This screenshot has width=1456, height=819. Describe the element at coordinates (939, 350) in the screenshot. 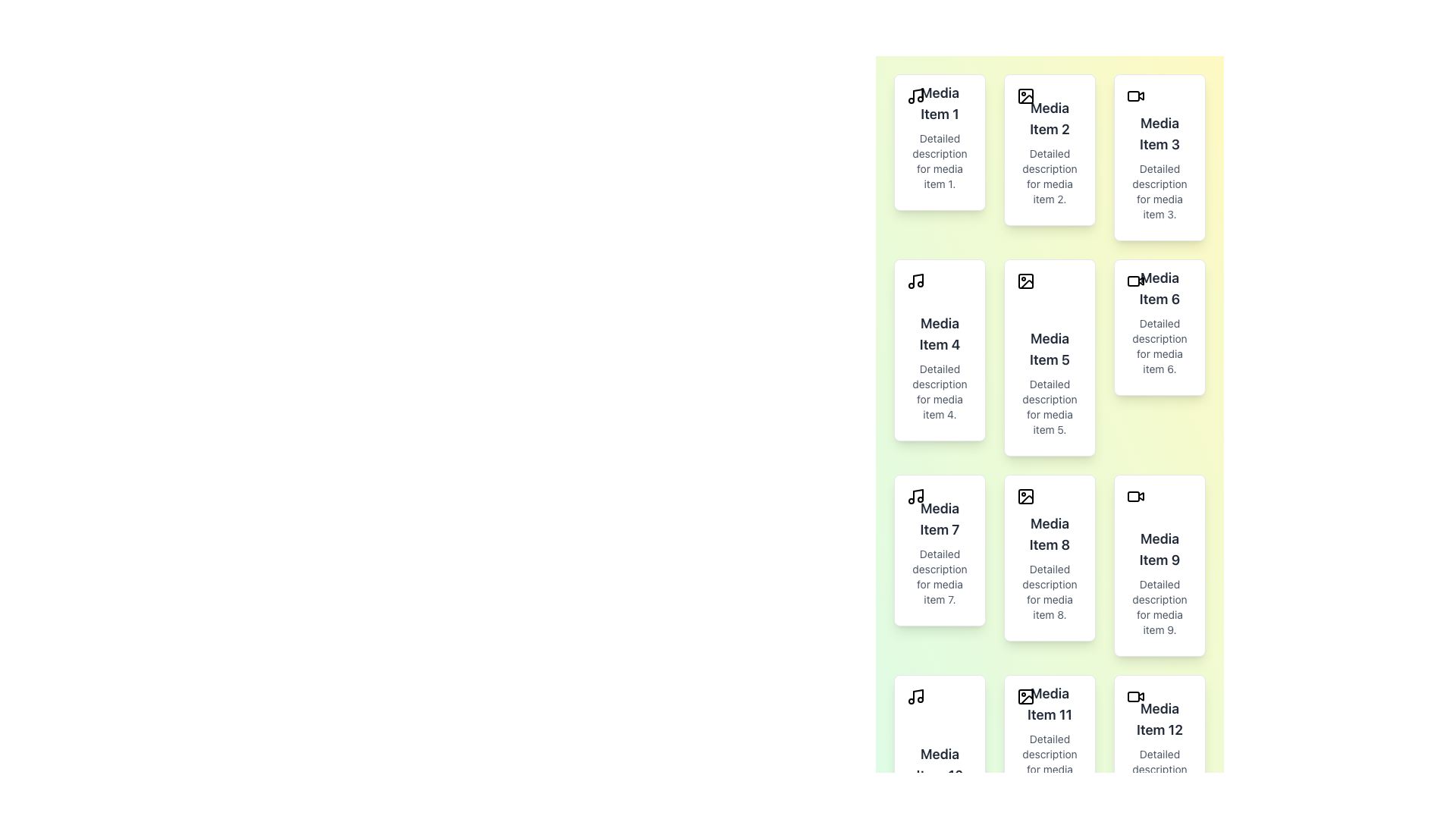

I see `the content of the media item card located in the second column of the second row, which is the fourth card in the grid layout` at that location.